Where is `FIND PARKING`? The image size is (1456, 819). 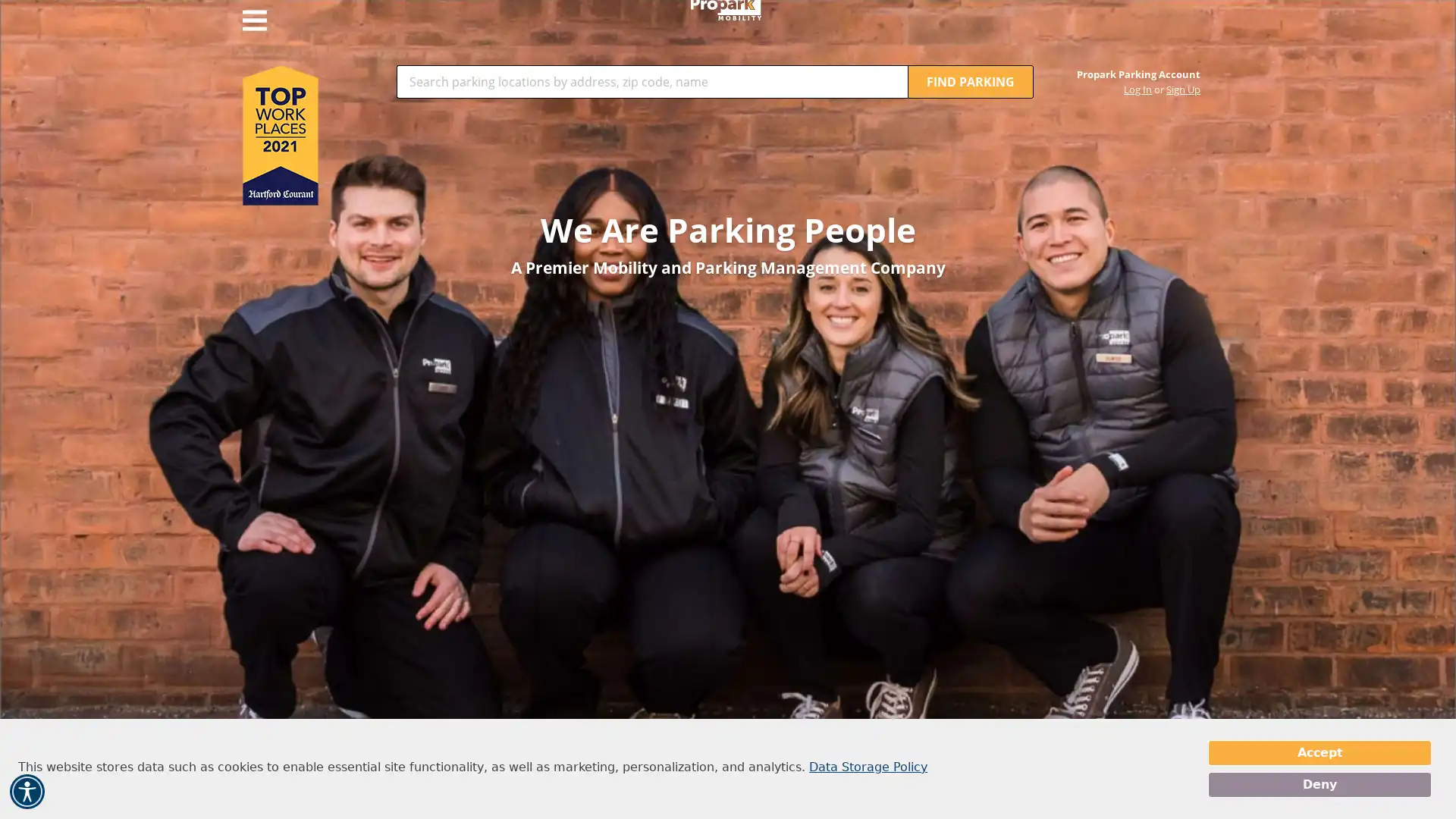
FIND PARKING is located at coordinates (971, 82).